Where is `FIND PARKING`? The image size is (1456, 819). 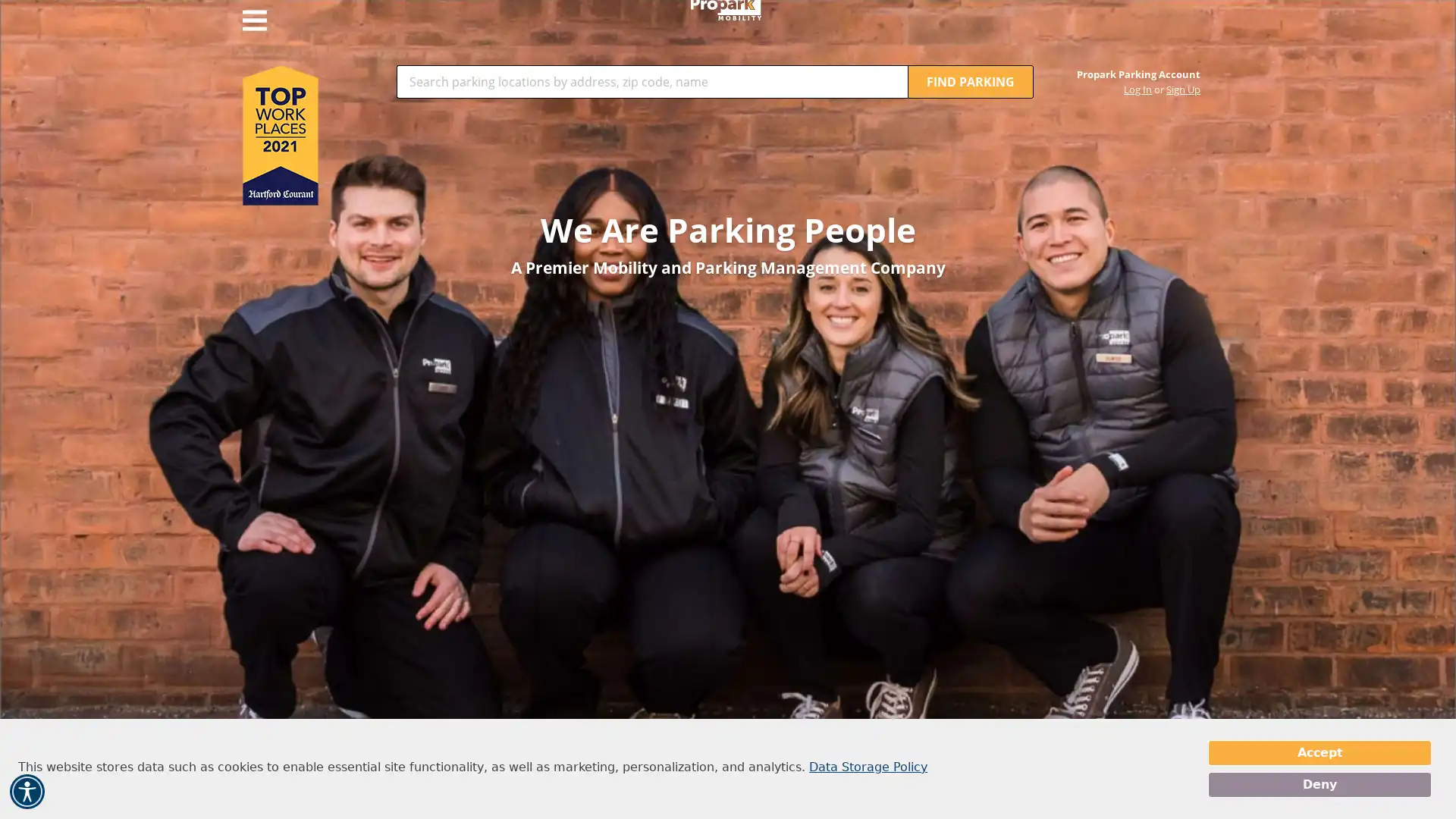
FIND PARKING is located at coordinates (971, 82).